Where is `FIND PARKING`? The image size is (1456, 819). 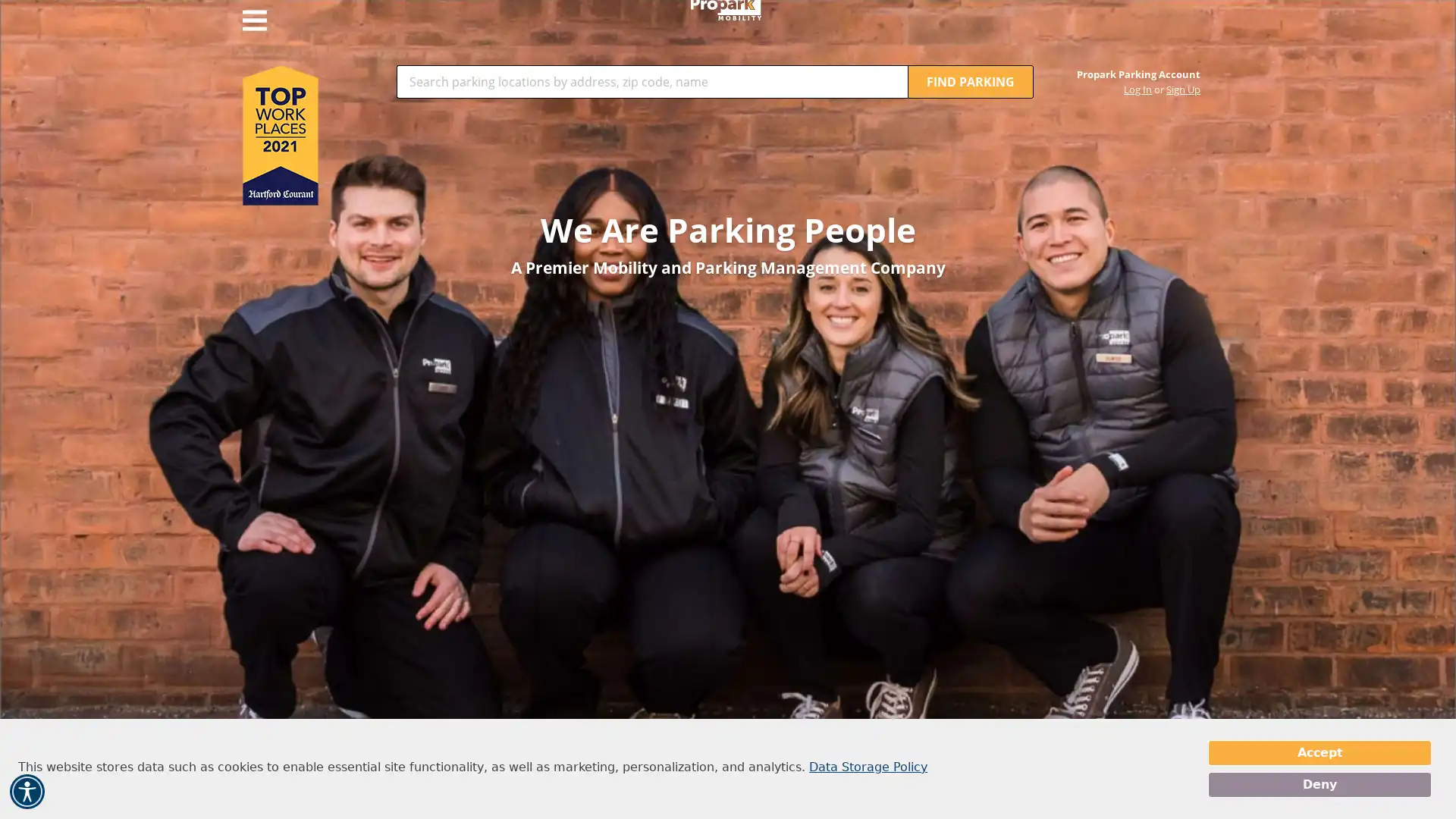
FIND PARKING is located at coordinates (971, 82).